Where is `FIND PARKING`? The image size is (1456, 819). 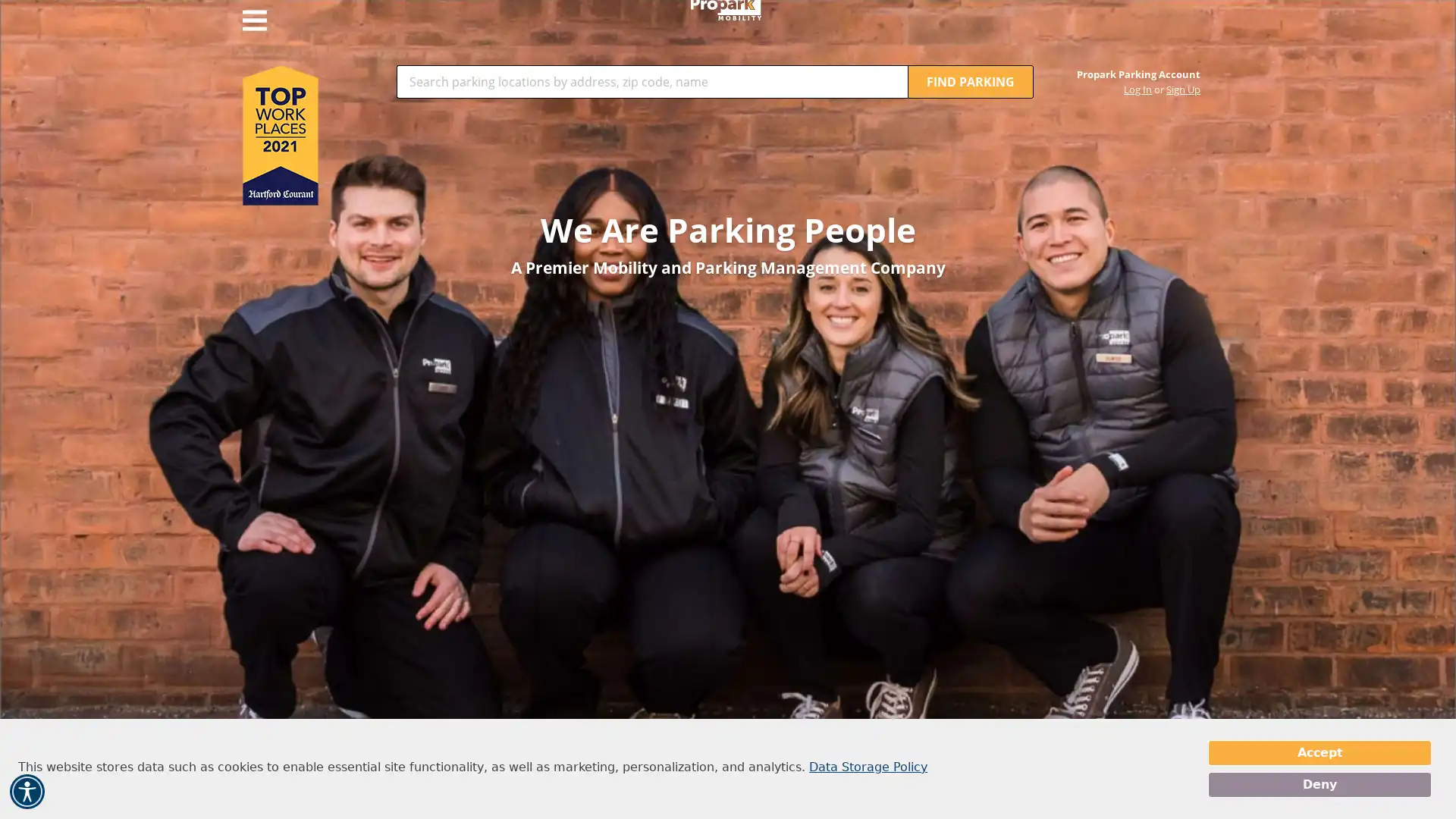
FIND PARKING is located at coordinates (971, 82).